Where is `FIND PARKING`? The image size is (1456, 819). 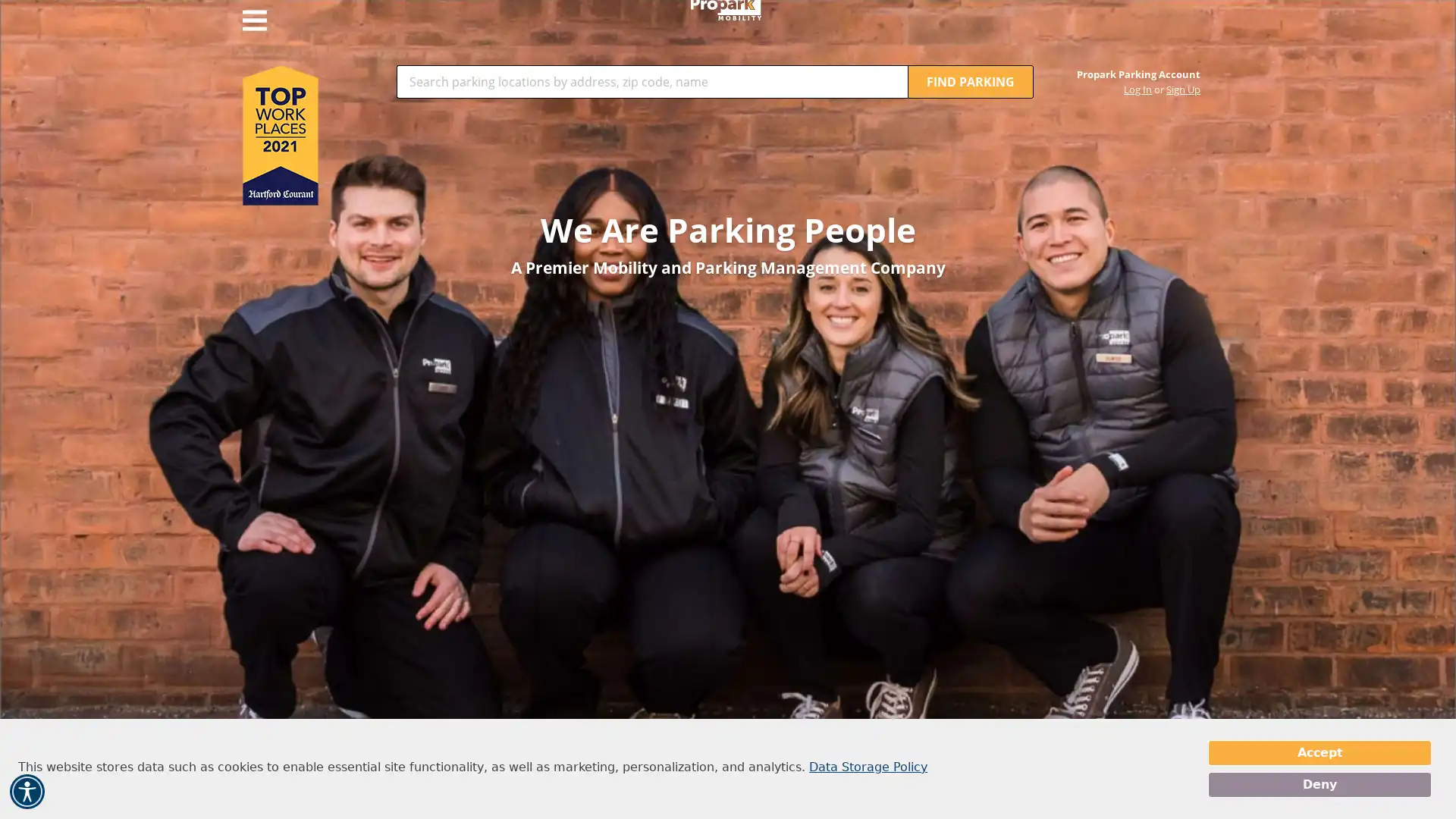
FIND PARKING is located at coordinates (971, 82).